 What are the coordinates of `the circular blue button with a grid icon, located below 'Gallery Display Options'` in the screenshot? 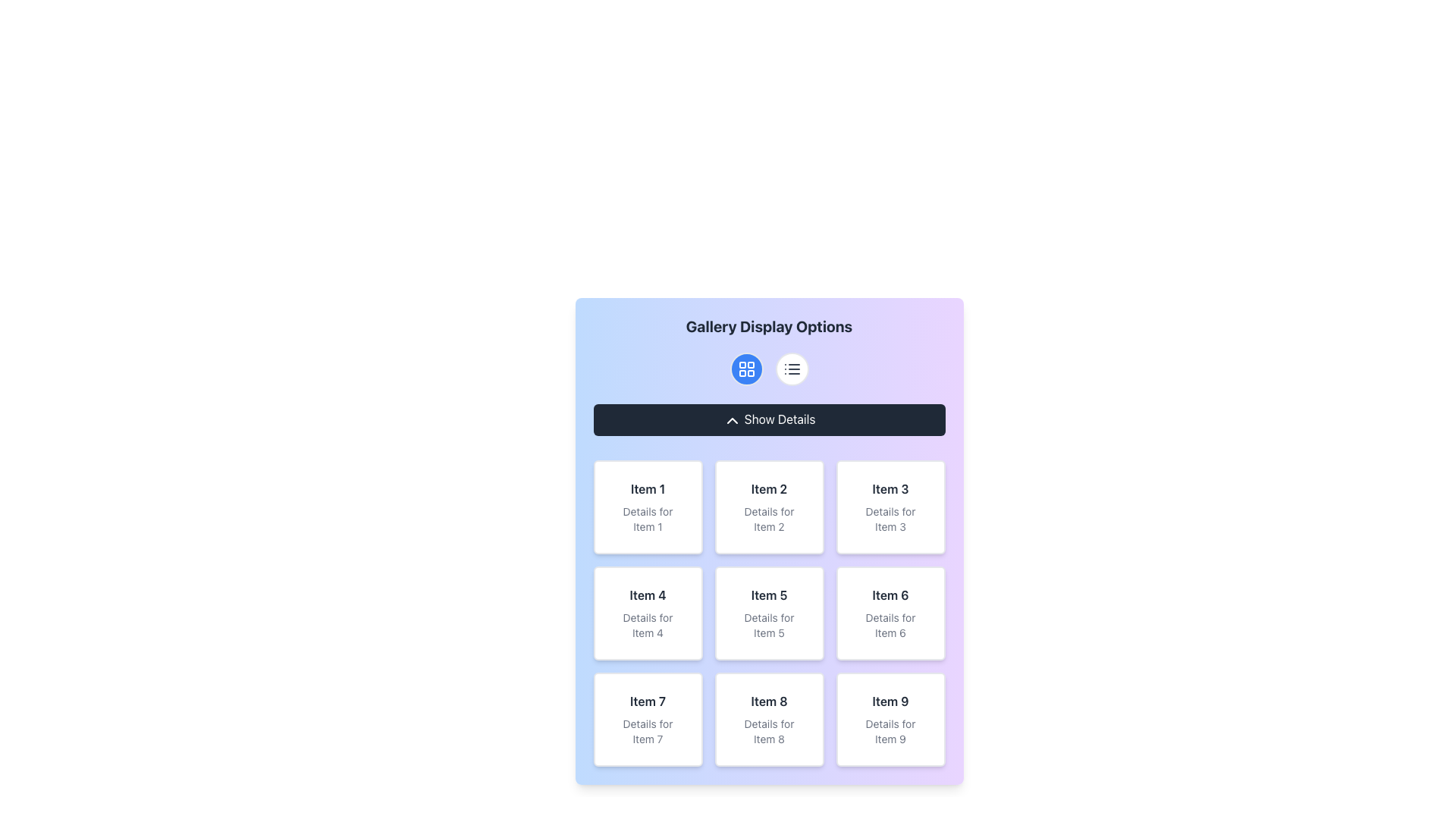 It's located at (746, 369).